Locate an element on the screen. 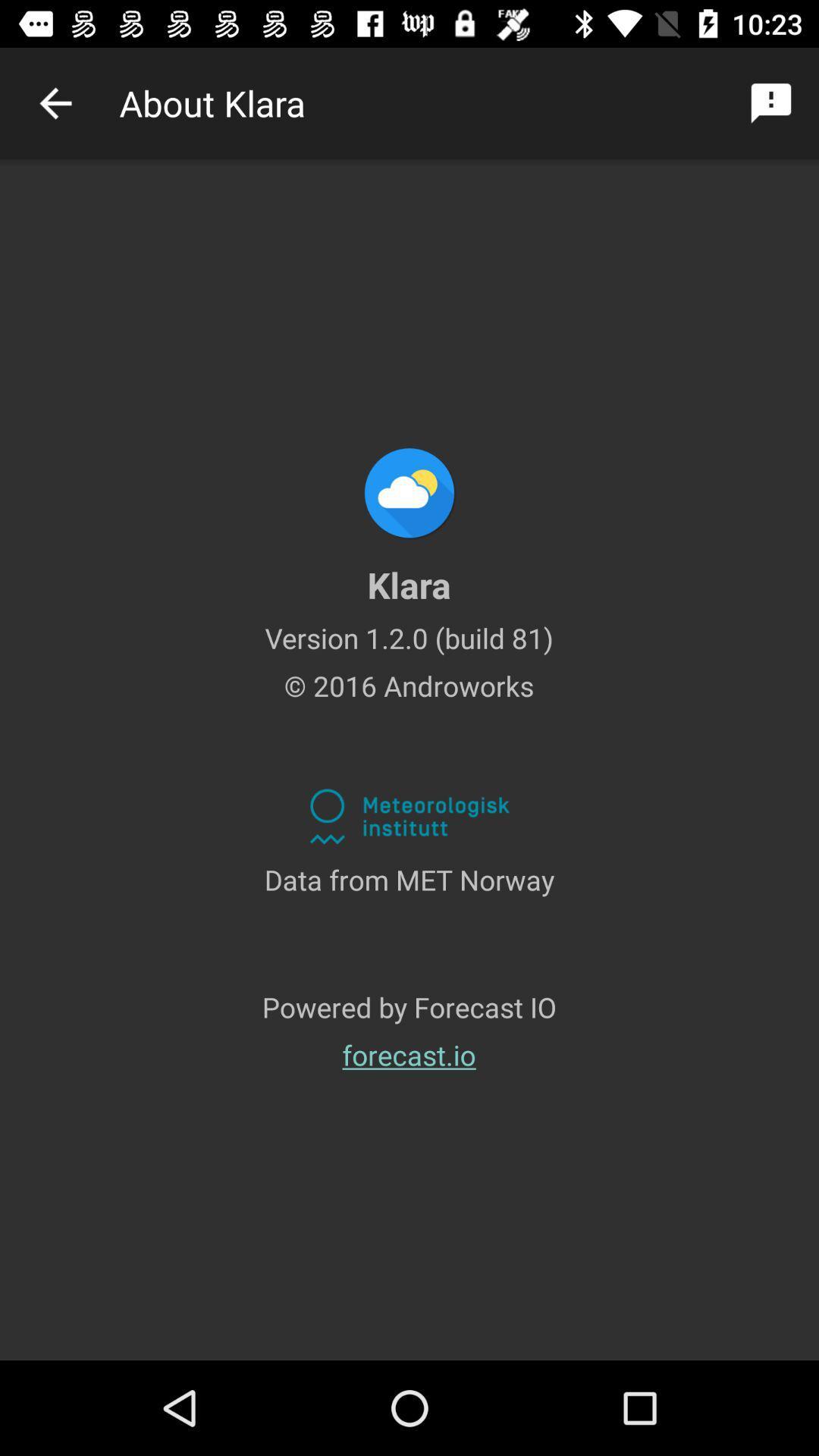 This screenshot has height=1456, width=819. go back is located at coordinates (55, 102).